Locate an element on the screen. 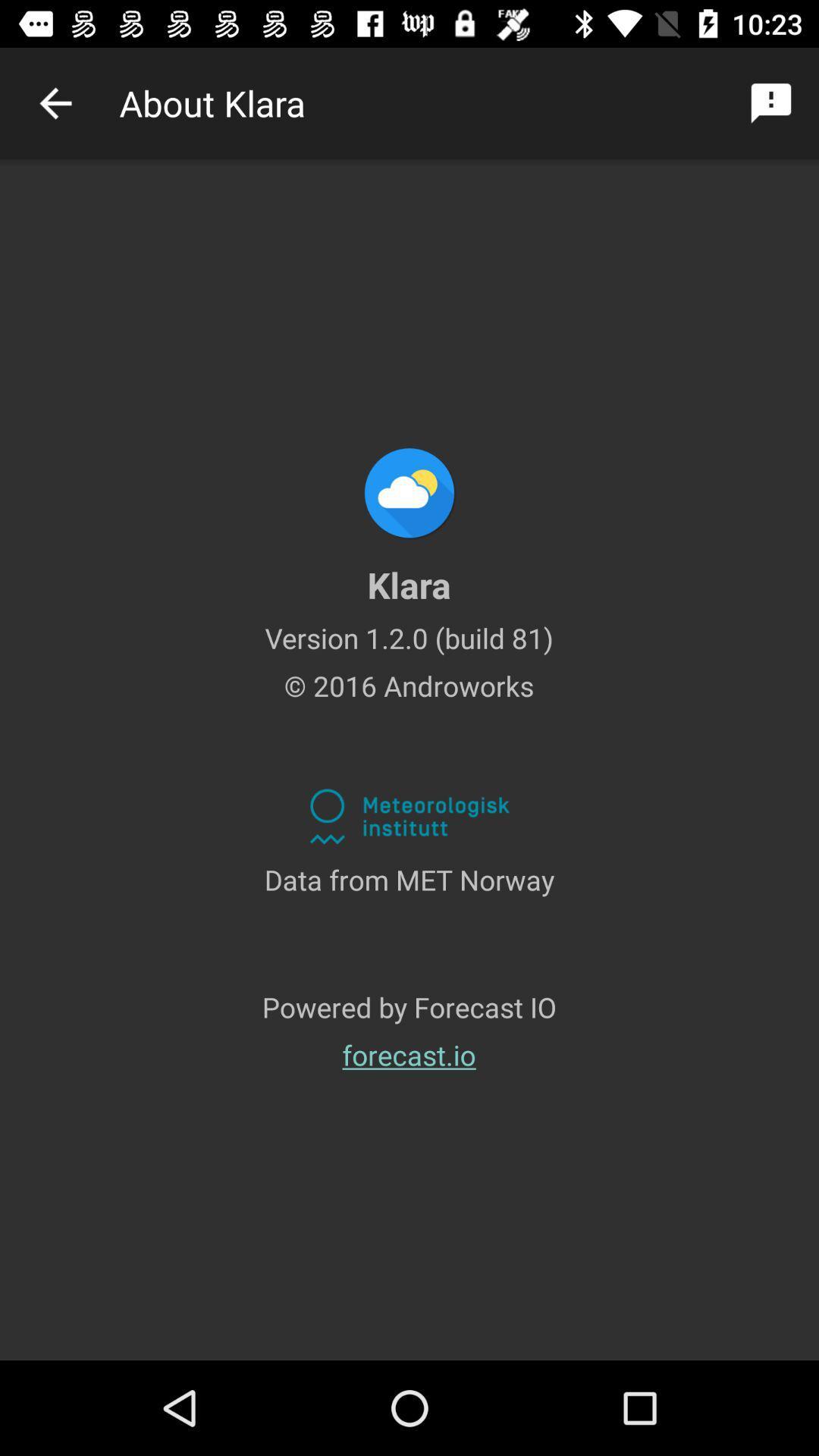 This screenshot has height=1456, width=819. go back is located at coordinates (55, 102).